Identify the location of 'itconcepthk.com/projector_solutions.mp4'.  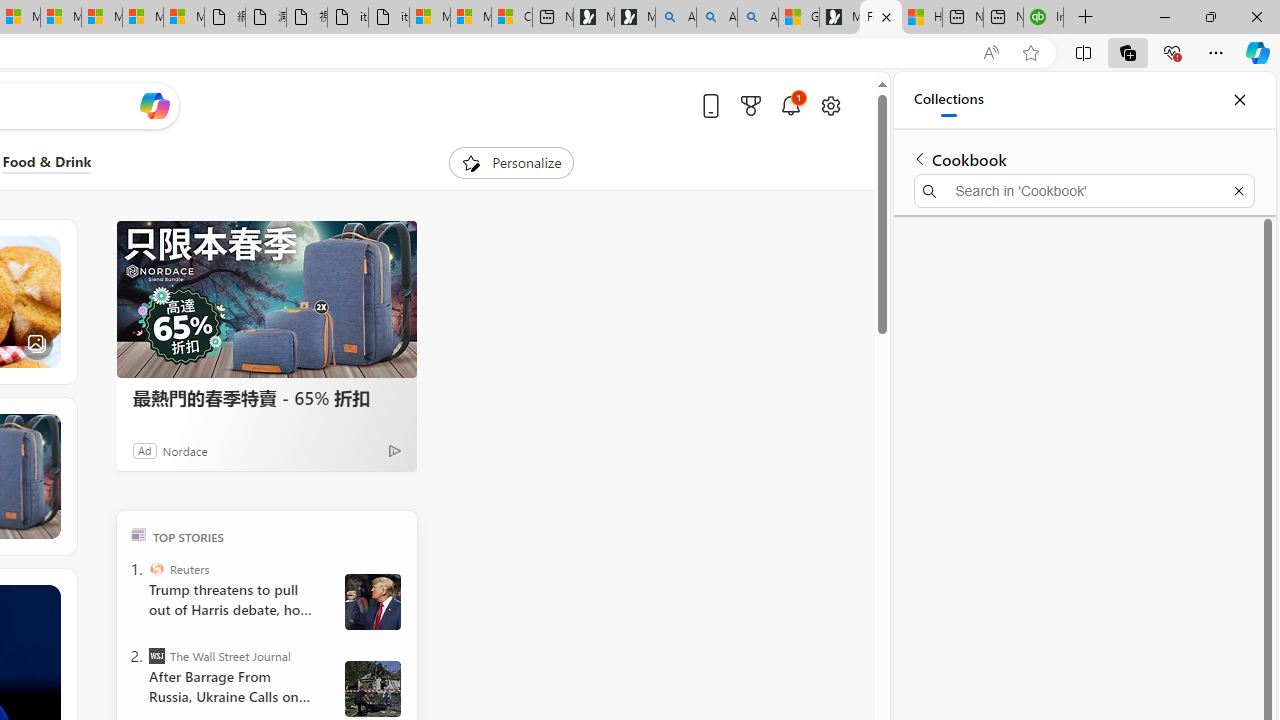
(389, 17).